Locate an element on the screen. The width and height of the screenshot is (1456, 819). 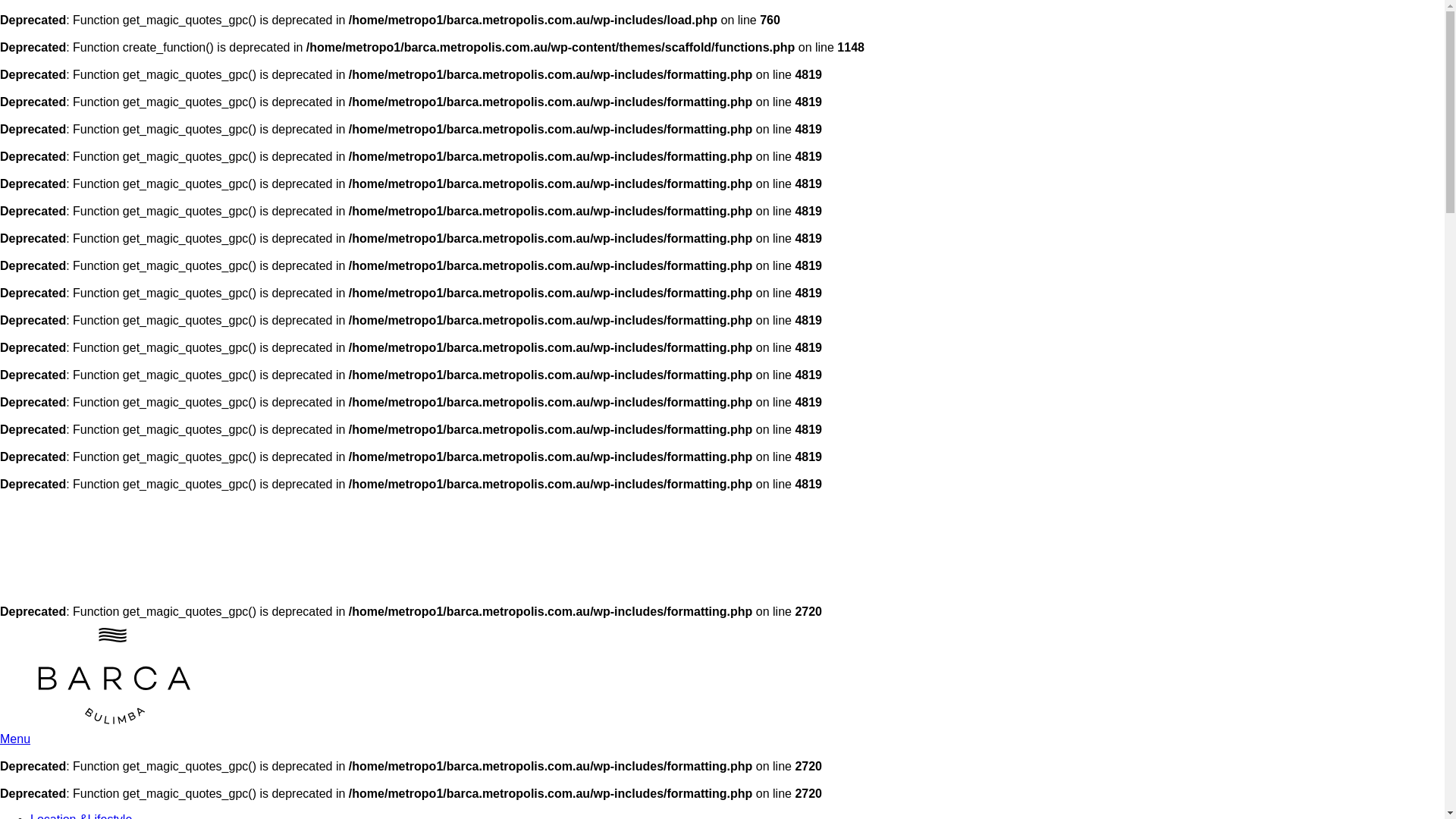
'Menu' is located at coordinates (14, 738).